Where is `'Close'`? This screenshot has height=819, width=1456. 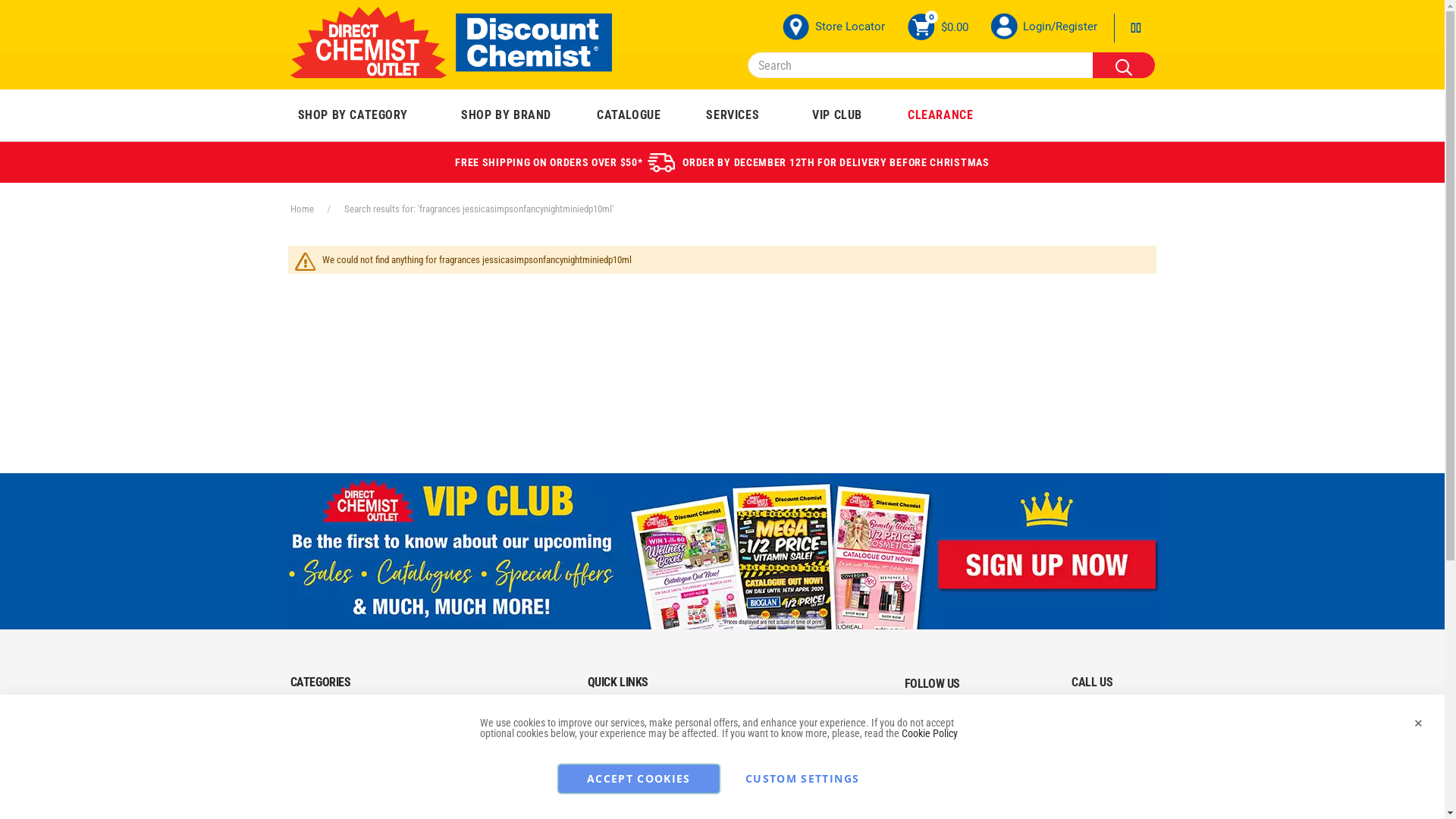 'Close' is located at coordinates (1417, 721).